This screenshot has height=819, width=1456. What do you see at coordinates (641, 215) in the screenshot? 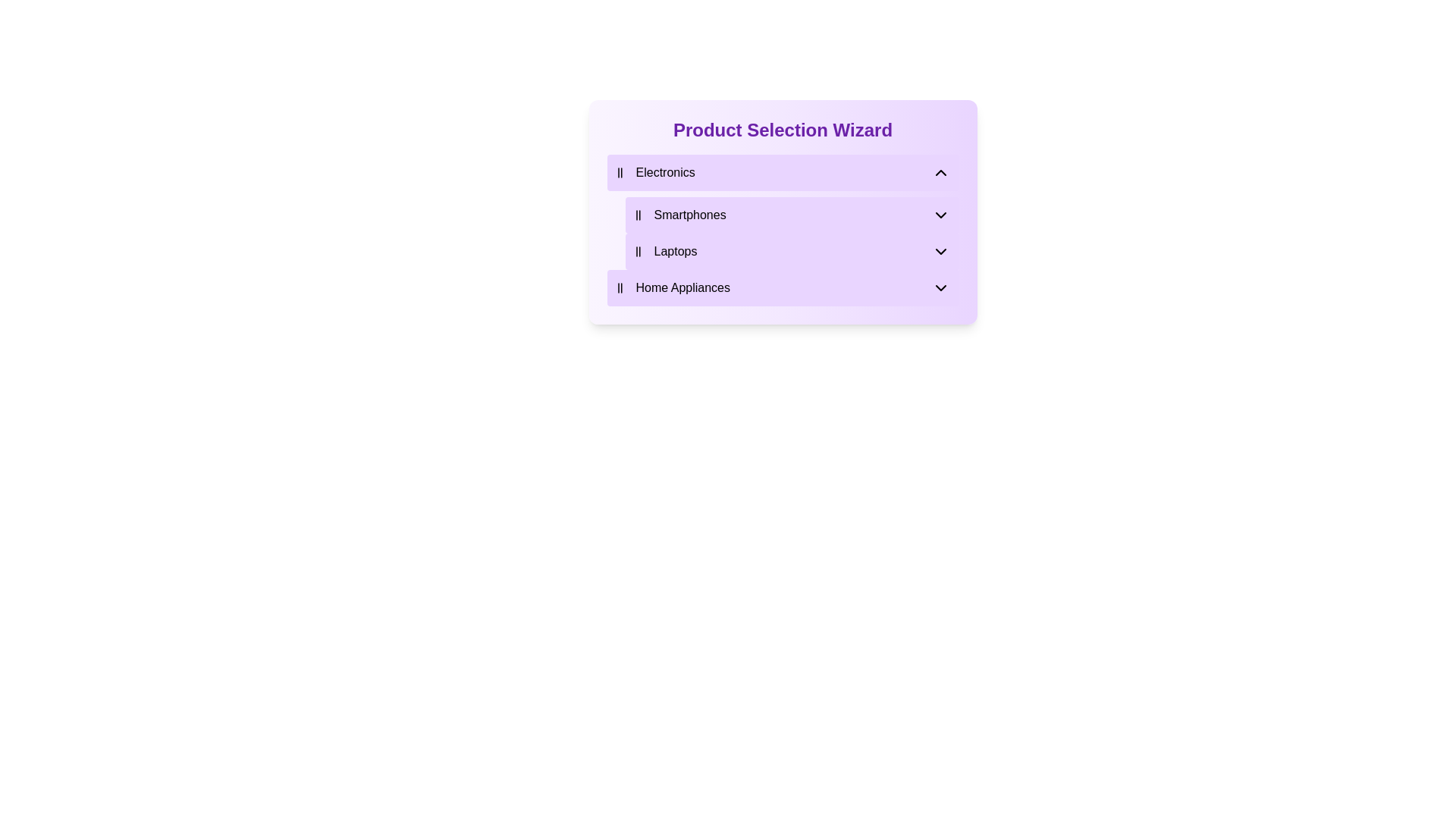
I see `the decorative icon to the left of the 'Smartphones' label in the 'Product Selection Wizard' interface` at bounding box center [641, 215].